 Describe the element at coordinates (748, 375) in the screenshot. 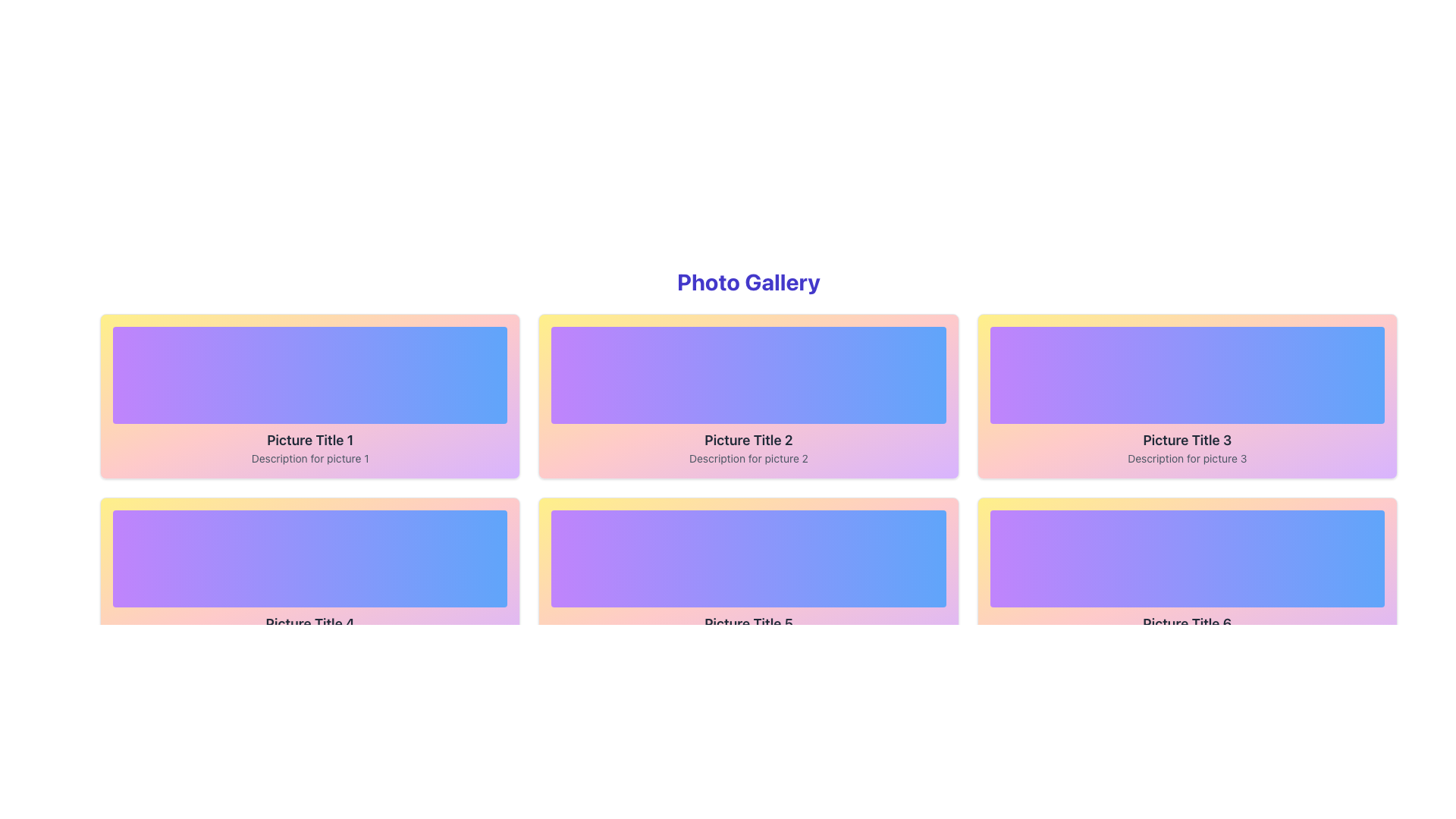

I see `the content box with a gradient background located at the top-center of the card labeled 'Picture Title 2' in the gallery layout` at that location.